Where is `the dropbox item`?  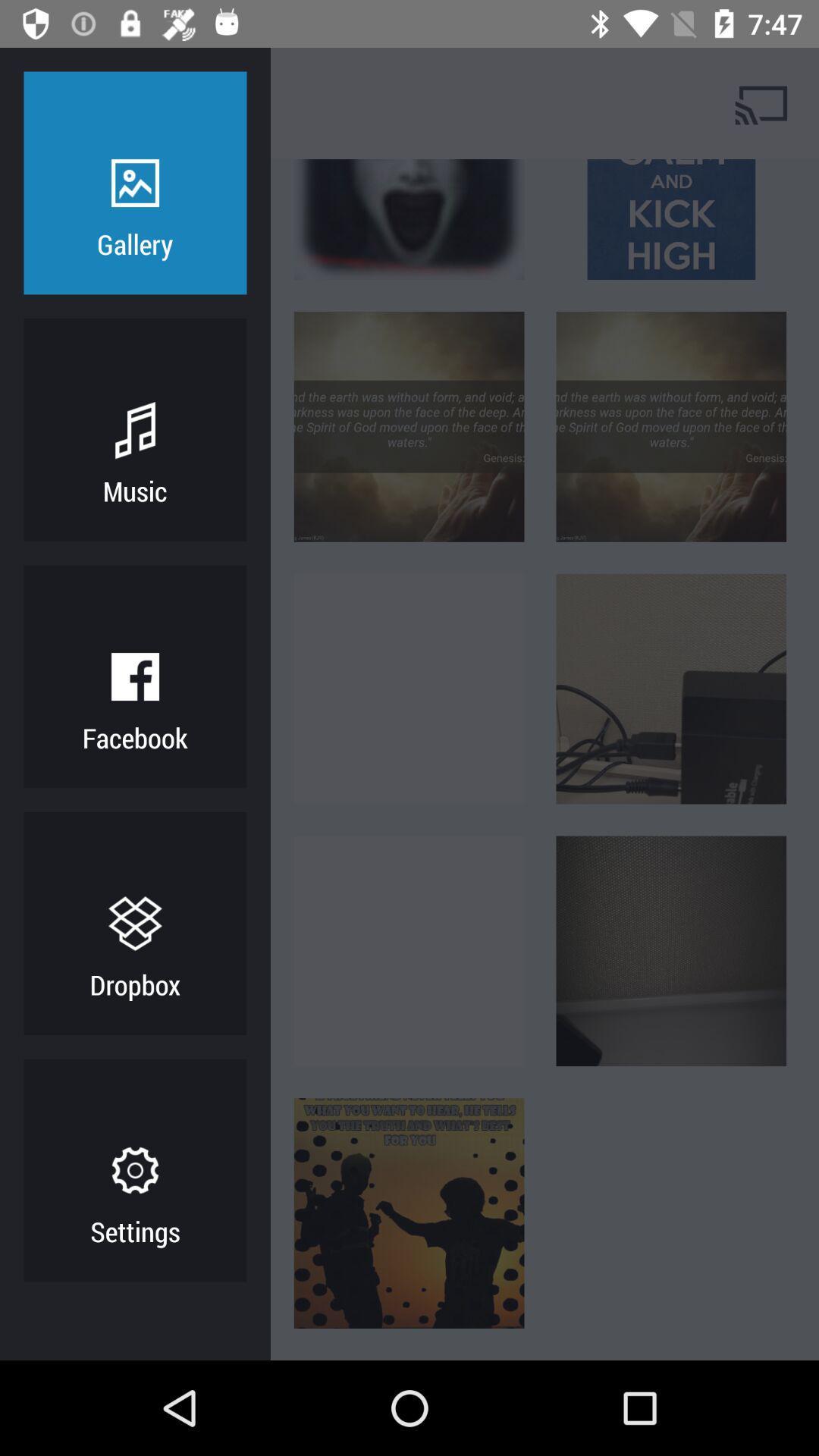
the dropbox item is located at coordinates (134, 984).